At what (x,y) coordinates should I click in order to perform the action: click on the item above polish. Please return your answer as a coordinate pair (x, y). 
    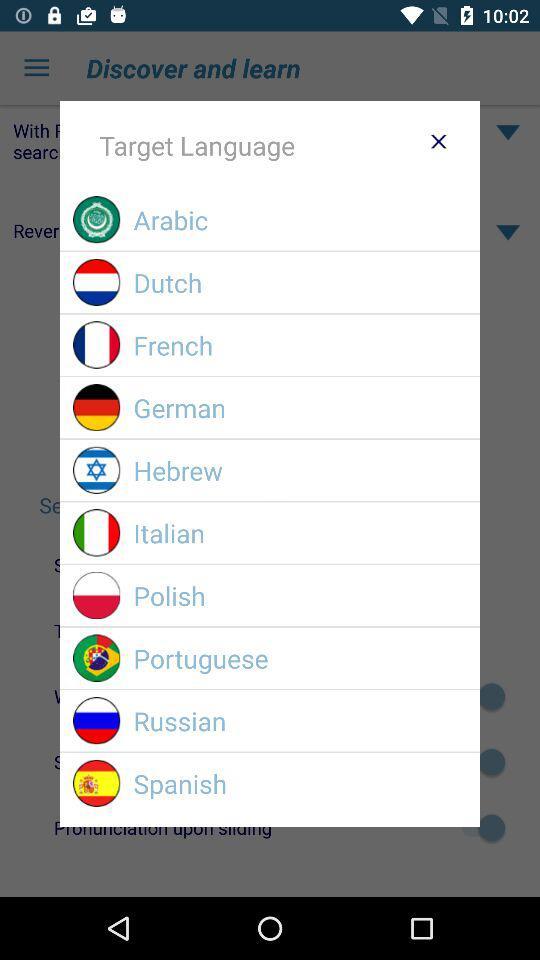
    Looking at the image, I should click on (299, 532).